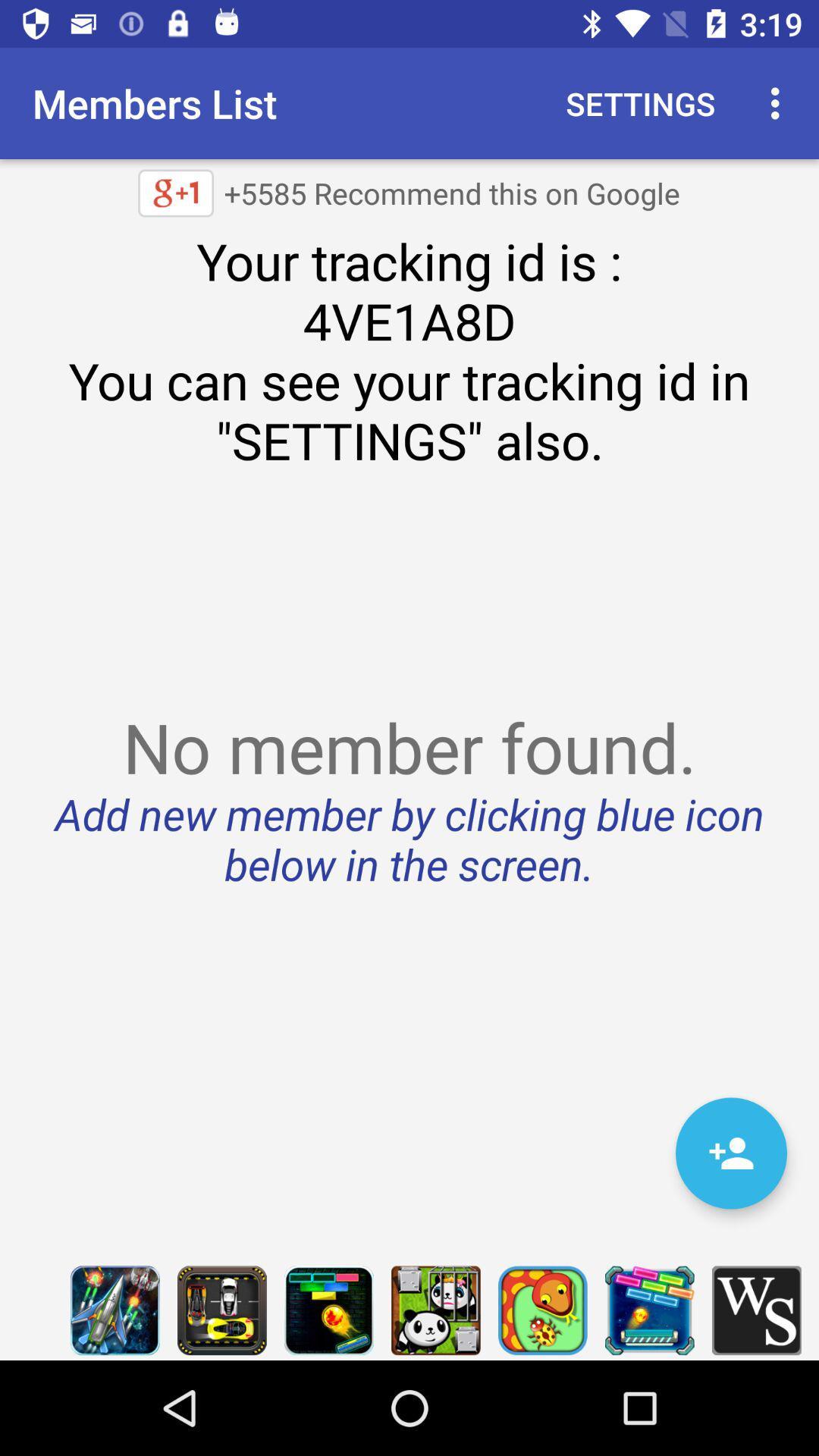 Image resolution: width=819 pixels, height=1456 pixels. What do you see at coordinates (779, 102) in the screenshot?
I see `item next to the settings` at bounding box center [779, 102].